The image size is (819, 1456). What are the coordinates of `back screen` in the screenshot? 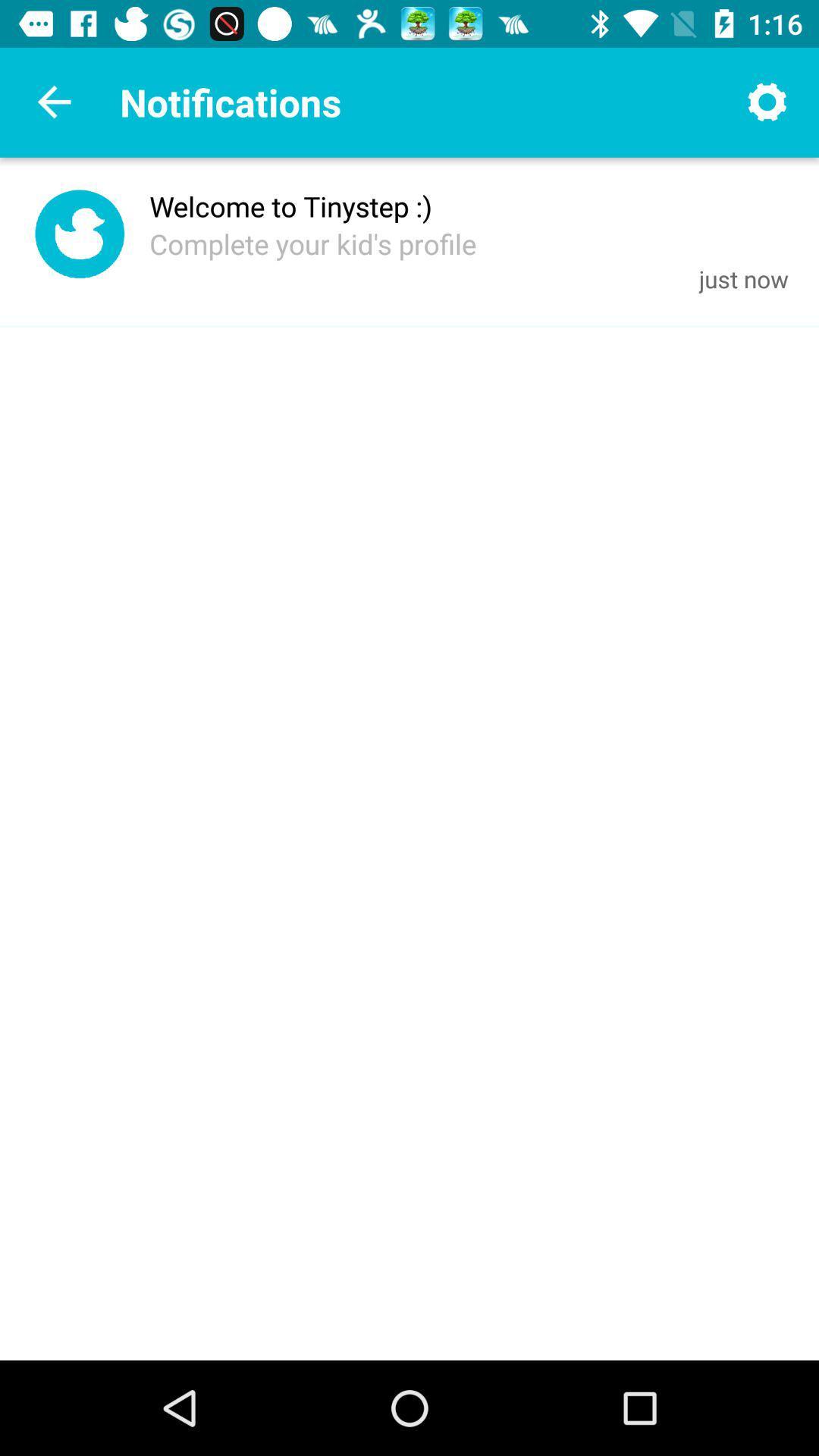 It's located at (54, 102).